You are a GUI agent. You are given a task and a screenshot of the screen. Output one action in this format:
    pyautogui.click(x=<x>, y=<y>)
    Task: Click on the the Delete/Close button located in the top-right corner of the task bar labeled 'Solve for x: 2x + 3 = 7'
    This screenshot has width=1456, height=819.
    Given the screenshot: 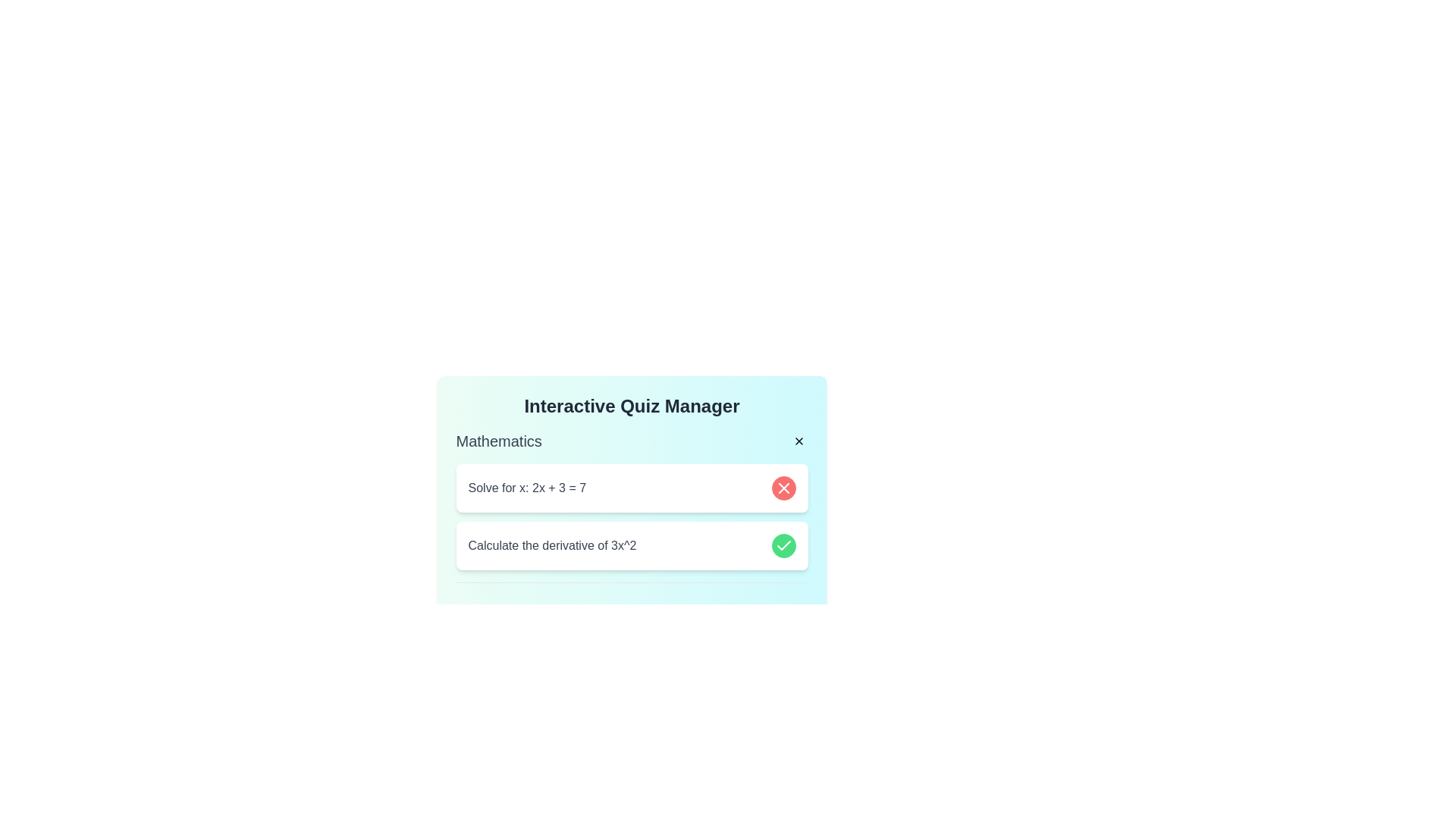 What is the action you would take?
    pyautogui.click(x=783, y=488)
    